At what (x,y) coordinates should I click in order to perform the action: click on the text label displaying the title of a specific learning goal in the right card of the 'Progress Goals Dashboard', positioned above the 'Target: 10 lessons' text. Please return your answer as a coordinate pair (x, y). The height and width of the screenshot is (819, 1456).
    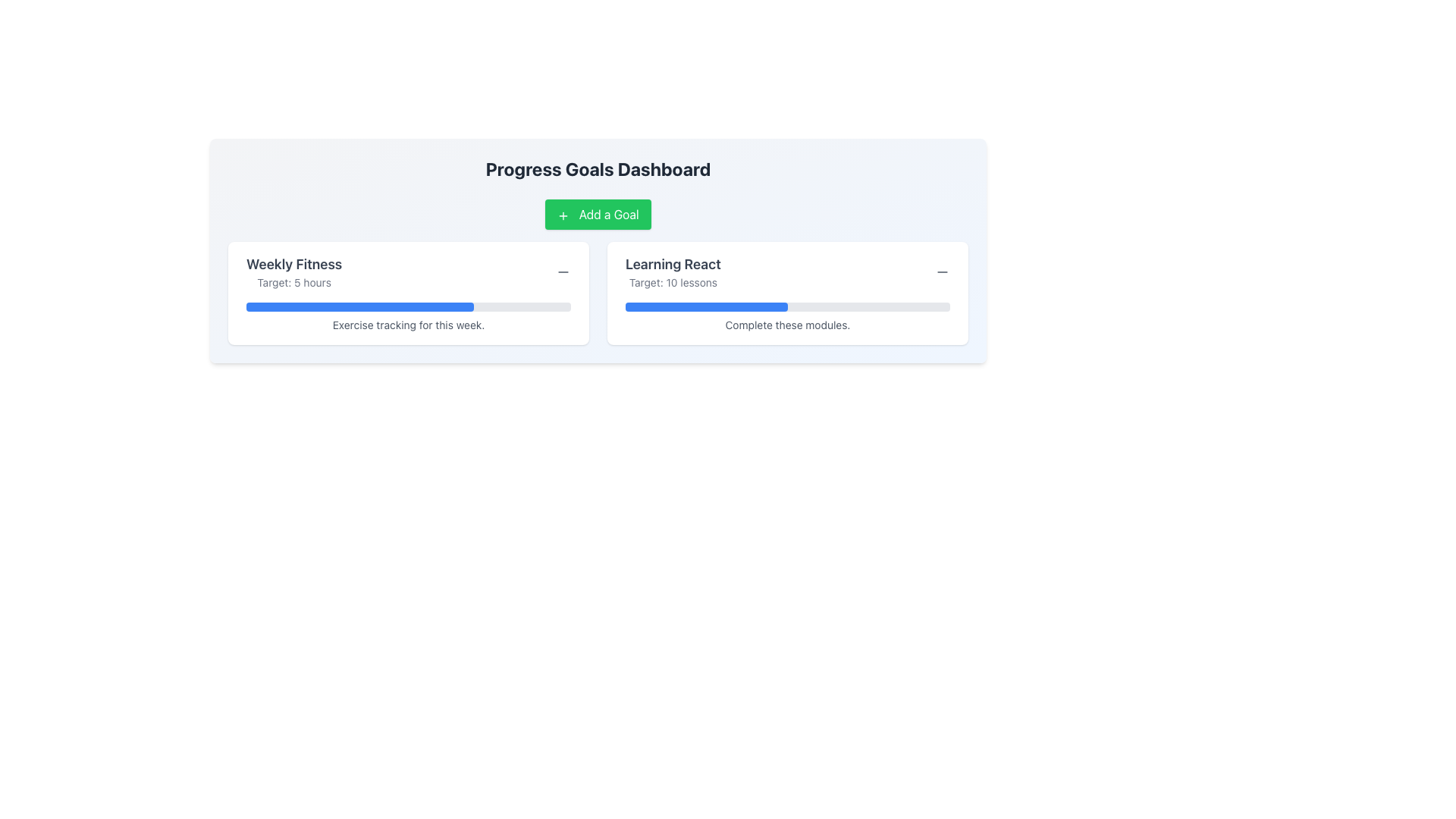
    Looking at the image, I should click on (673, 263).